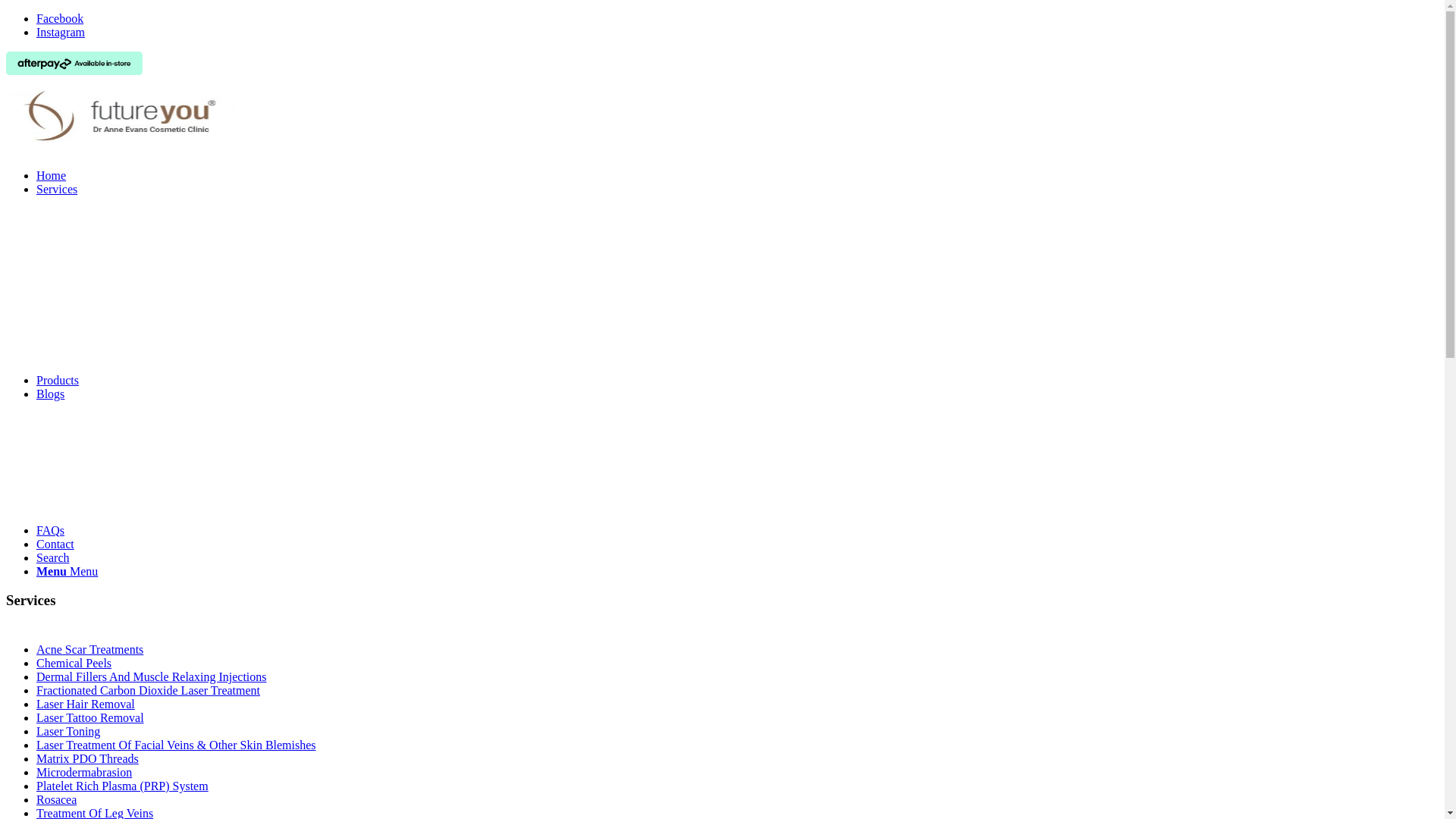 This screenshot has height=819, width=1456. Describe the element at coordinates (36, 730) in the screenshot. I see `'Laser Toning'` at that location.